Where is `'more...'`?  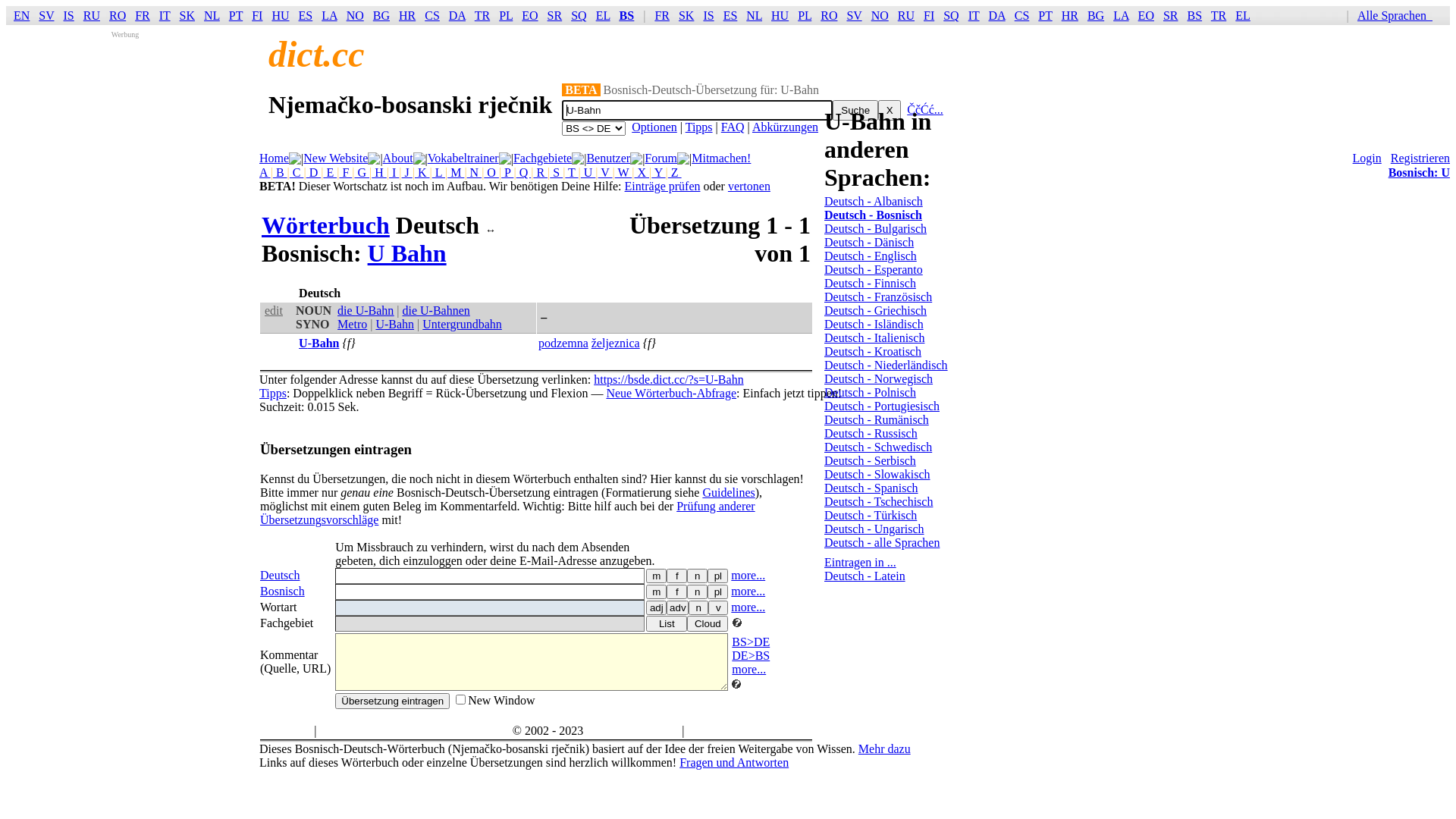
'more...' is located at coordinates (748, 606).